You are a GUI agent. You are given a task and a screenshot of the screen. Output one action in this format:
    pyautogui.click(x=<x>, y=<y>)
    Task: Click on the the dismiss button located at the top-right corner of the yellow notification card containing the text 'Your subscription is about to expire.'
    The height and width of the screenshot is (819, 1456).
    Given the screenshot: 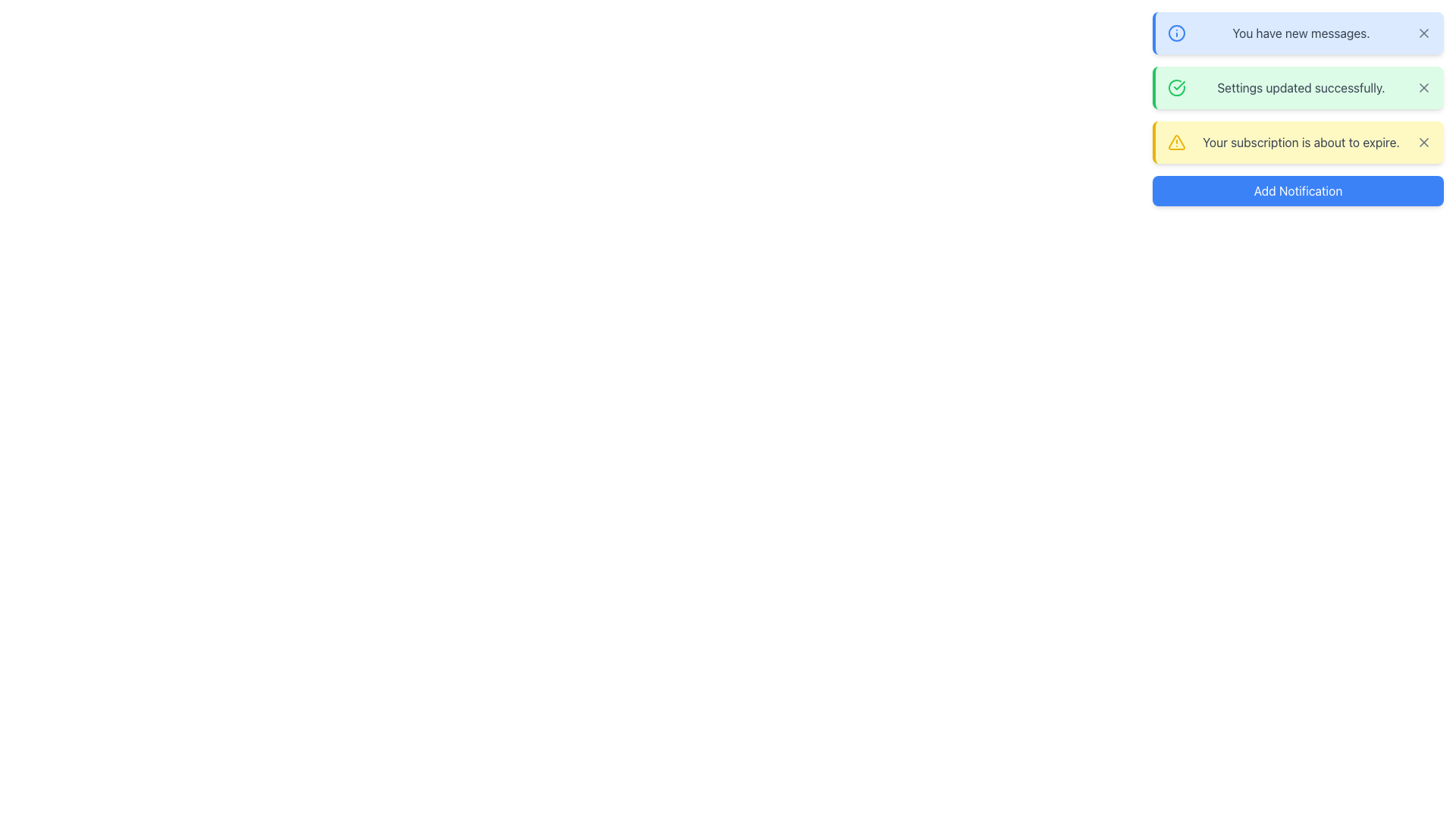 What is the action you would take?
    pyautogui.click(x=1423, y=143)
    